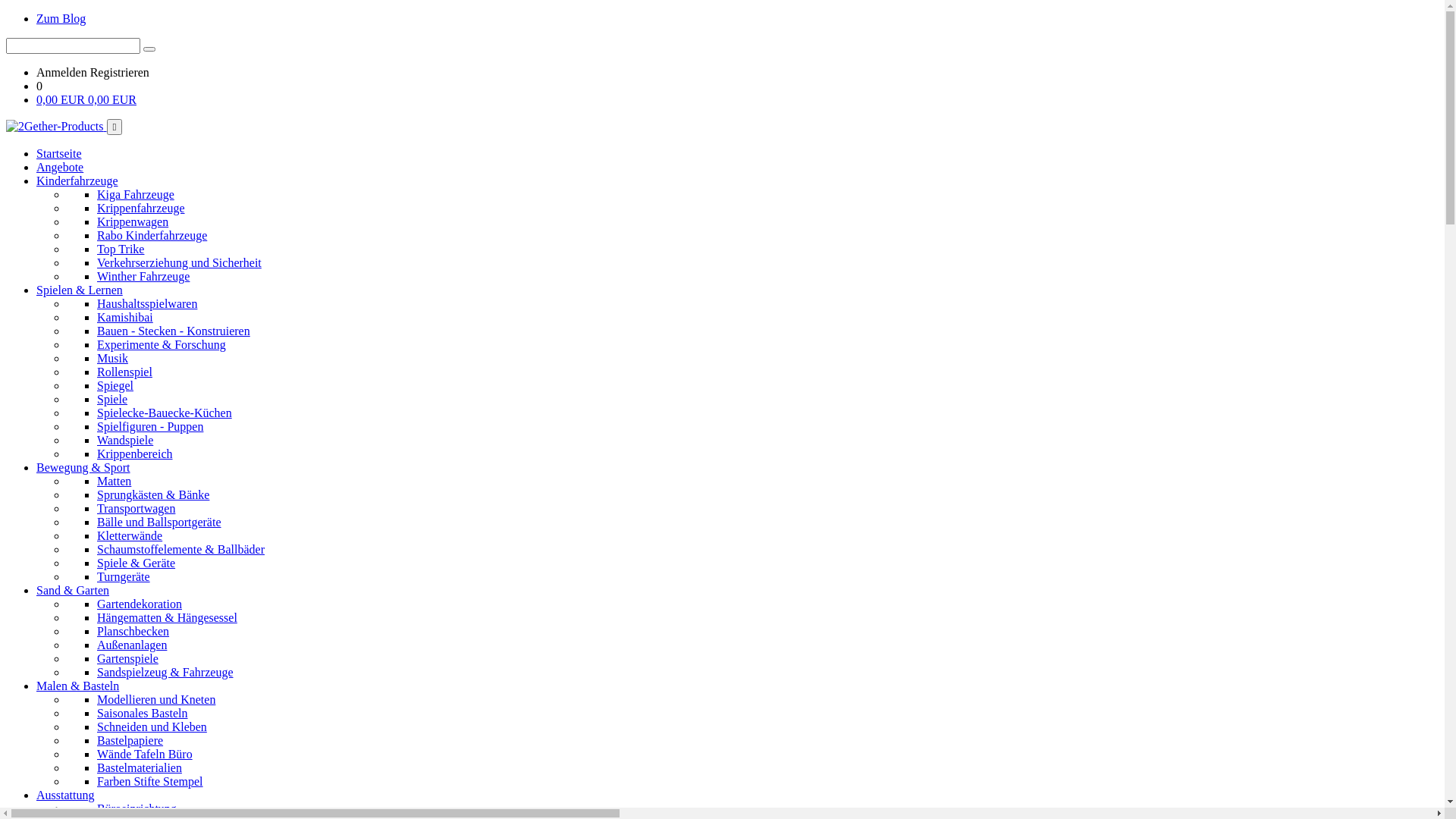 The height and width of the screenshot is (819, 1456). Describe the element at coordinates (139, 767) in the screenshot. I see `'Bastelmaterialien'` at that location.